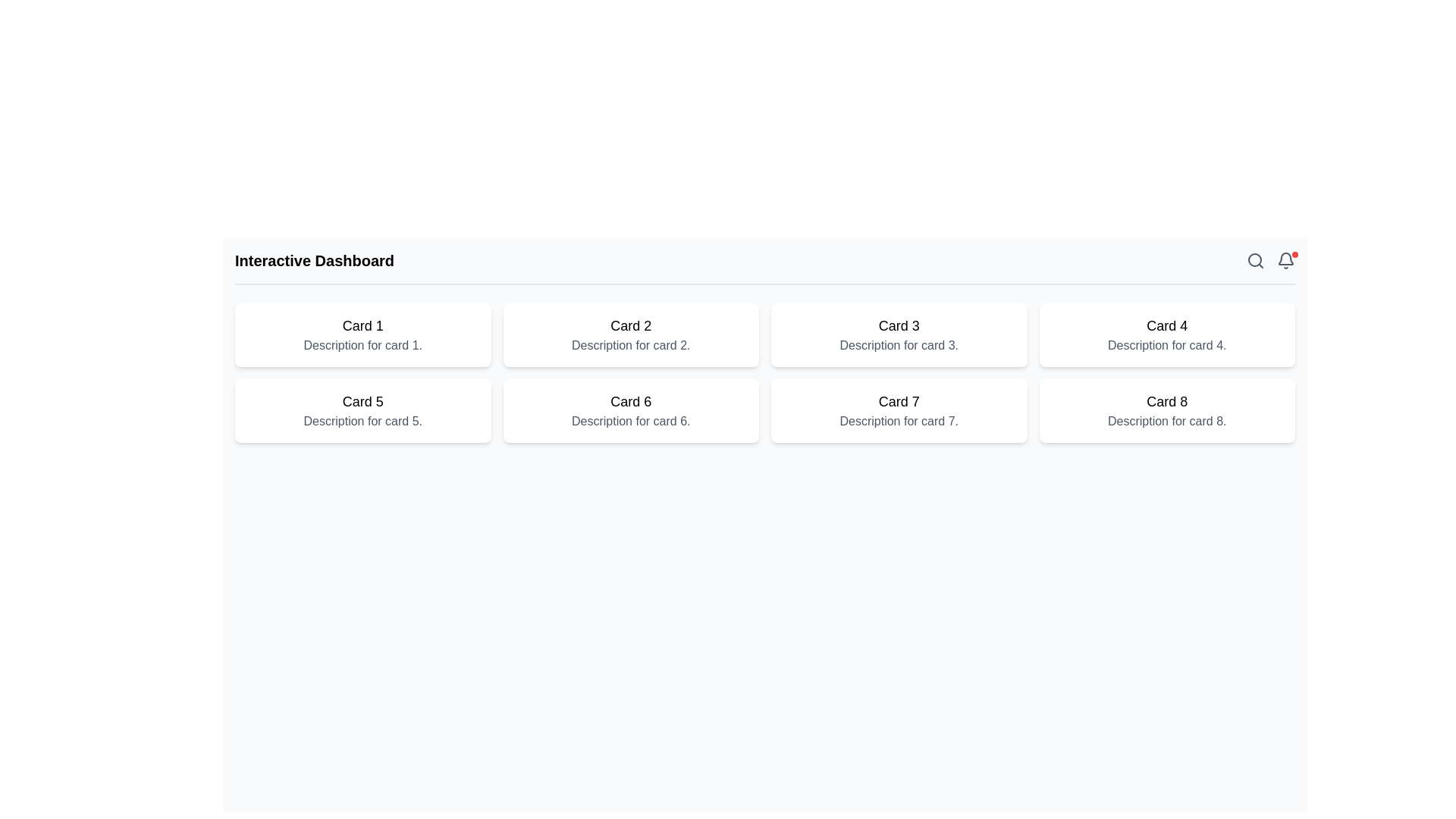 Image resolution: width=1456 pixels, height=819 pixels. Describe the element at coordinates (1166, 411) in the screenshot. I see `the eighth card in the grid layout, which serves as a visual component summarizing or linking to content` at that location.